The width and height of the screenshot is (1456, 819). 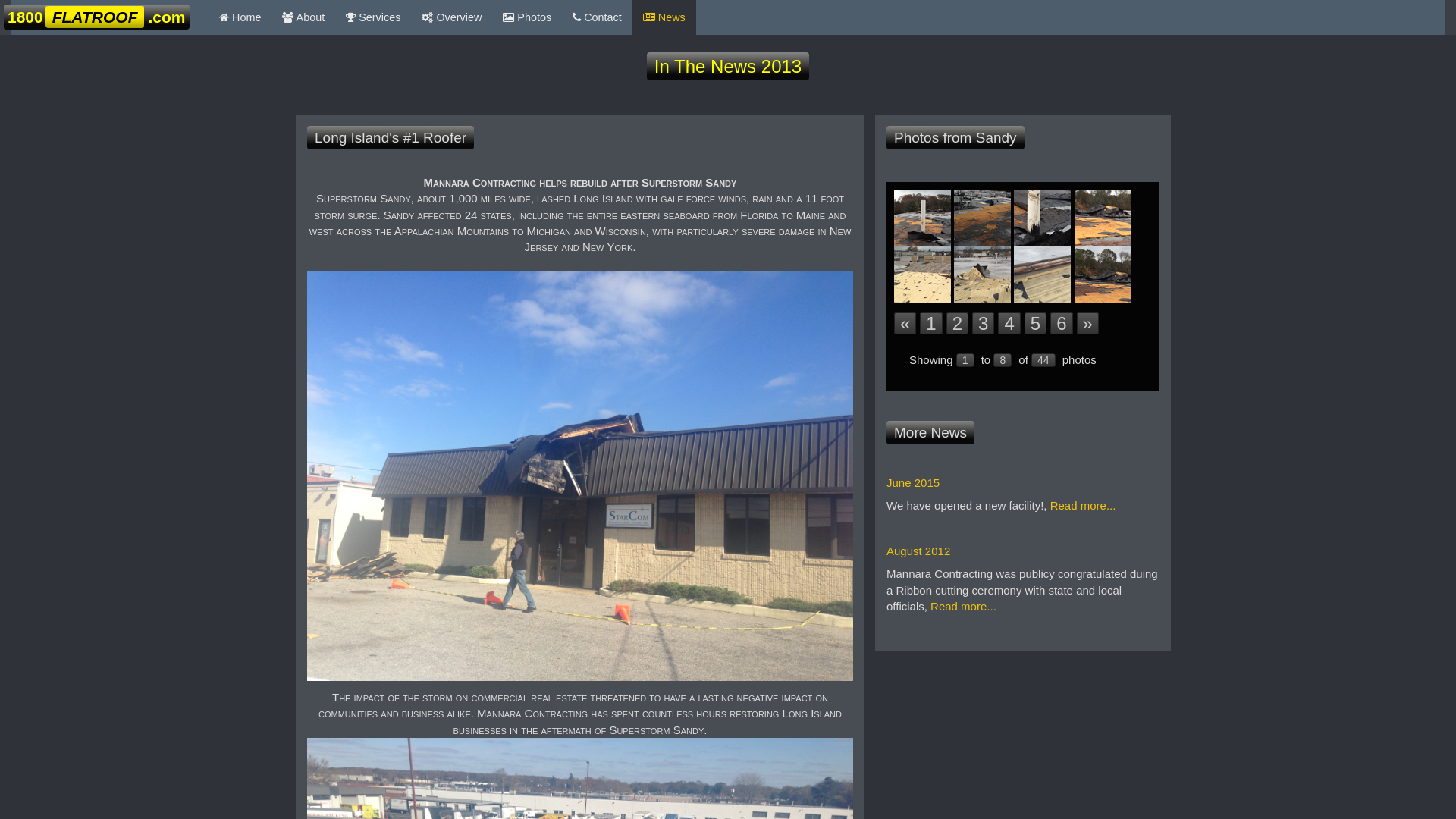 What do you see at coordinates (96, 17) in the screenshot?
I see `'1800FLATROOF.com  '` at bounding box center [96, 17].